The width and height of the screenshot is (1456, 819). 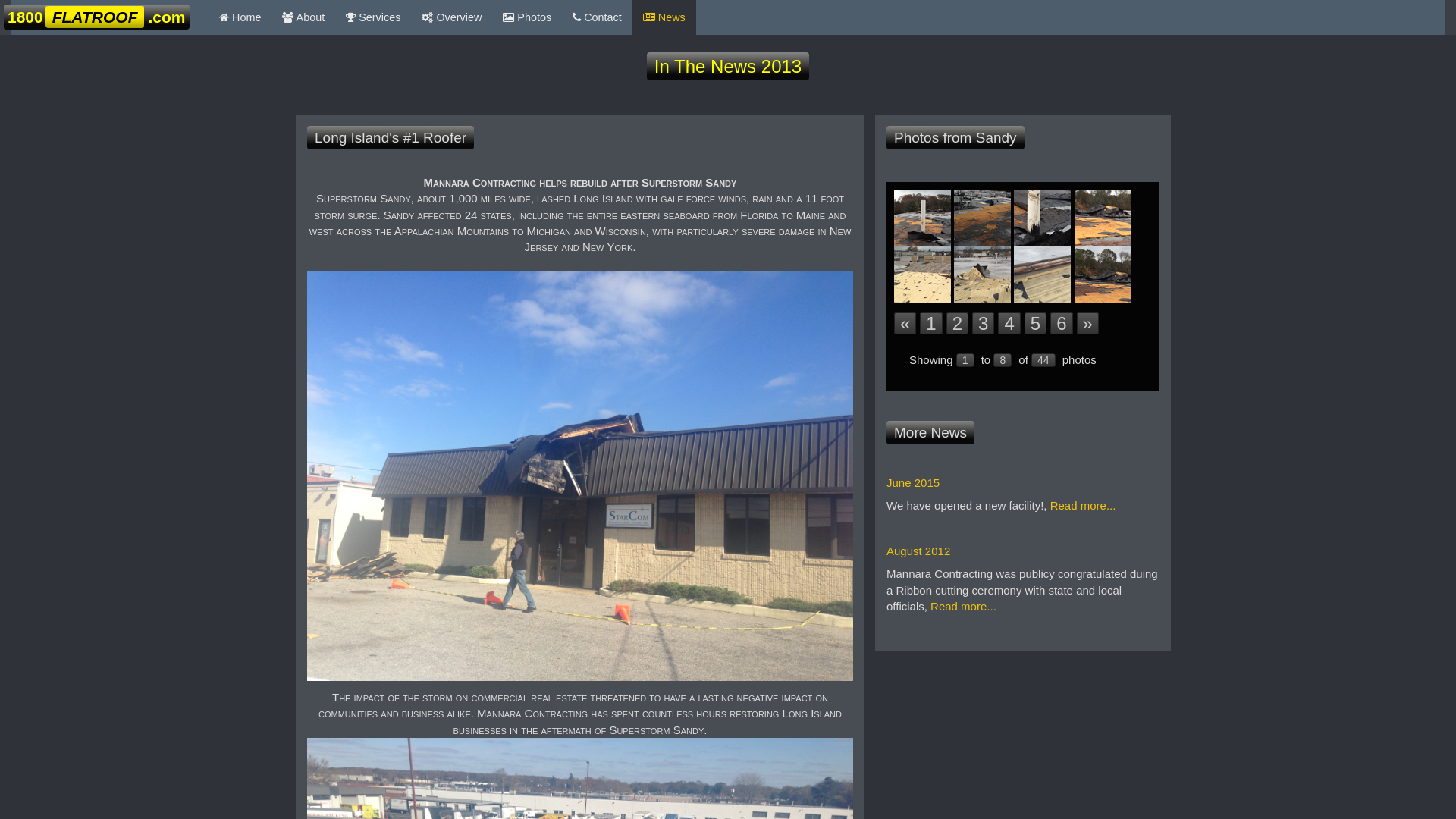 What do you see at coordinates (96, 17) in the screenshot?
I see `'1800FLATROOF.com  '` at bounding box center [96, 17].